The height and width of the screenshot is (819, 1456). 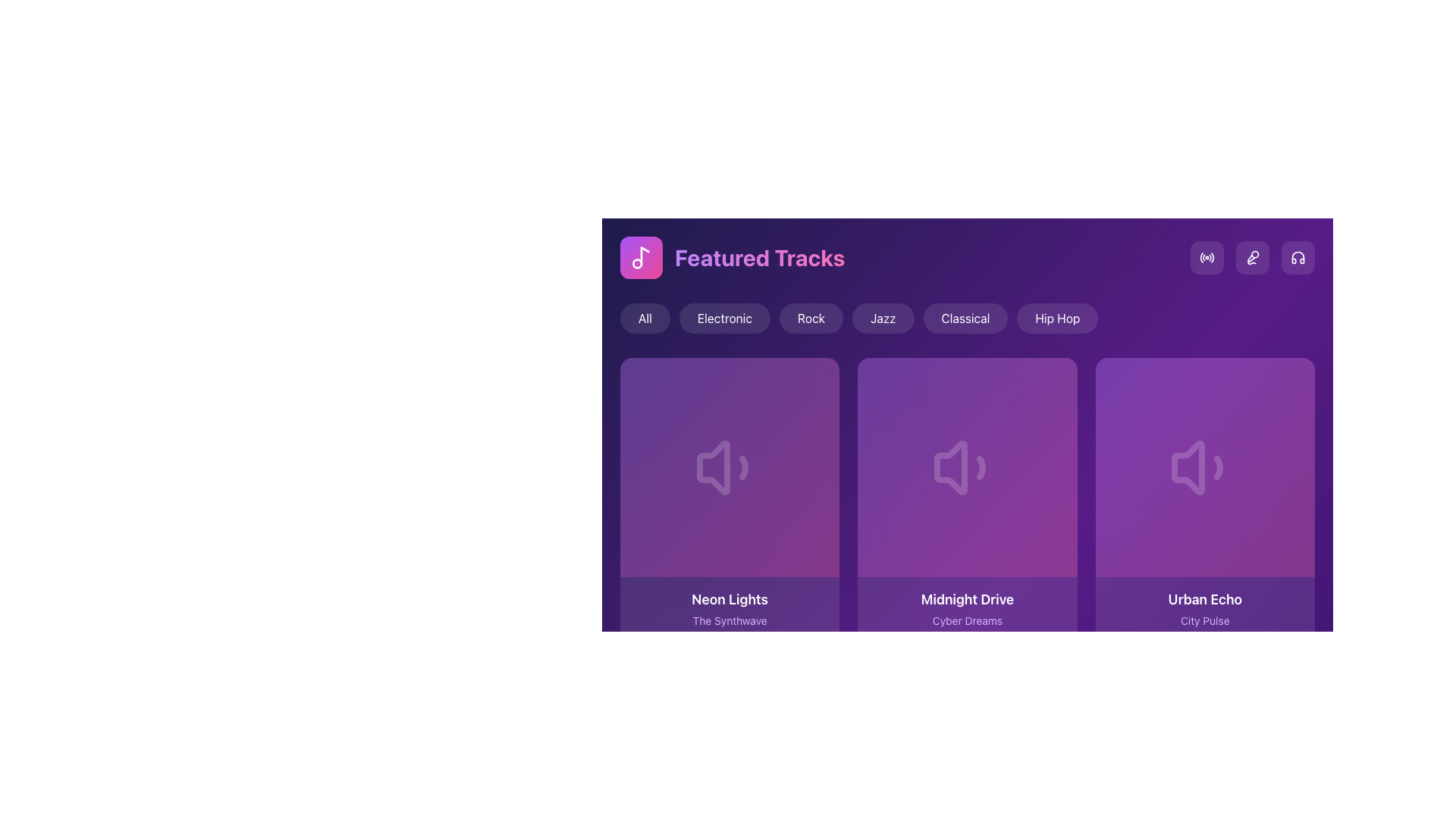 What do you see at coordinates (1204, 608) in the screenshot?
I see `the 'Urban Echo' text block element which is located in the bottom section of the card layout in the rightmost column` at bounding box center [1204, 608].